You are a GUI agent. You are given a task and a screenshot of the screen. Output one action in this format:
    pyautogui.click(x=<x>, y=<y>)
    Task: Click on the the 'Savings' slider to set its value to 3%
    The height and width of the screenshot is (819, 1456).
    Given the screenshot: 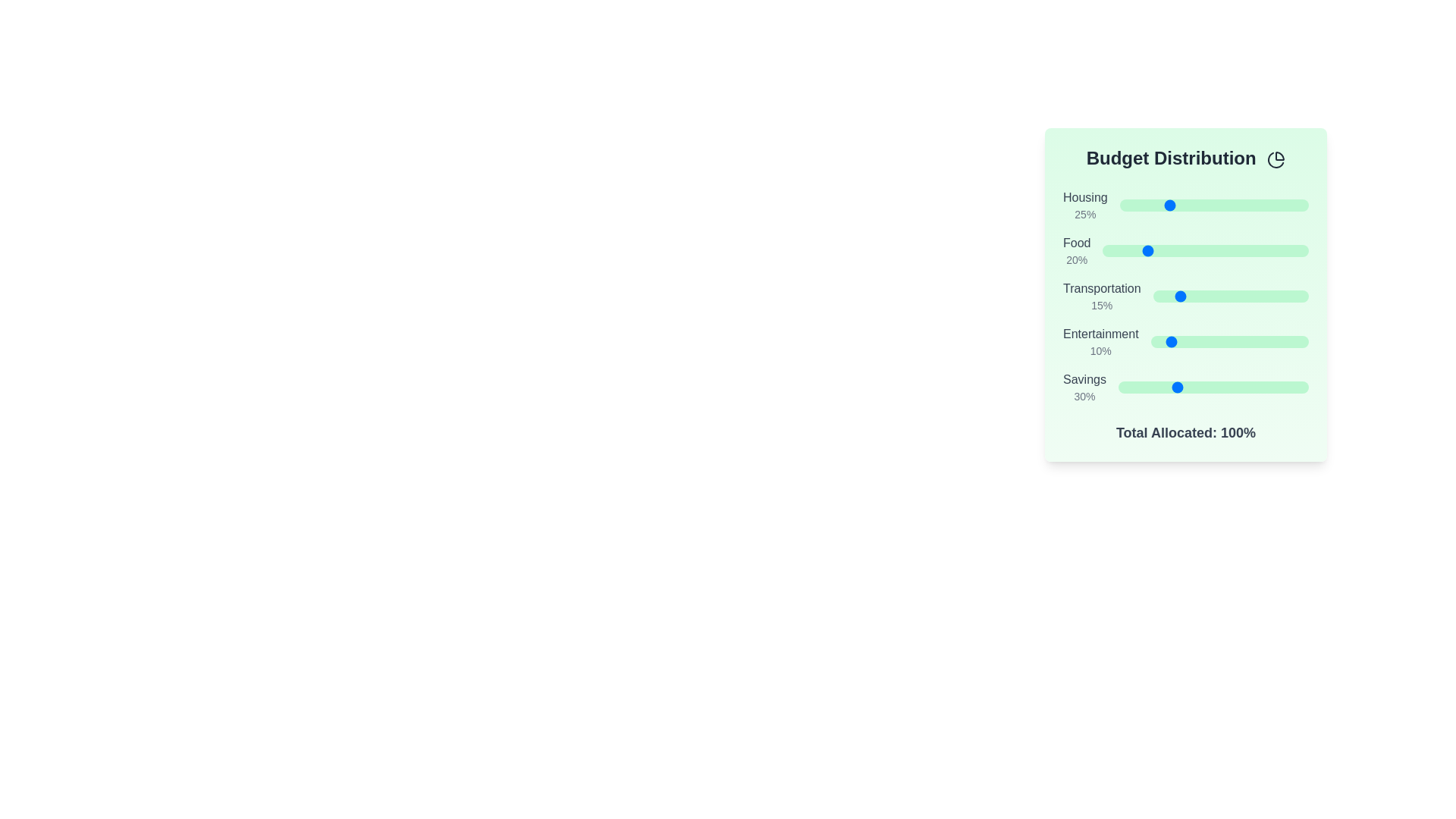 What is the action you would take?
    pyautogui.click(x=1124, y=386)
    